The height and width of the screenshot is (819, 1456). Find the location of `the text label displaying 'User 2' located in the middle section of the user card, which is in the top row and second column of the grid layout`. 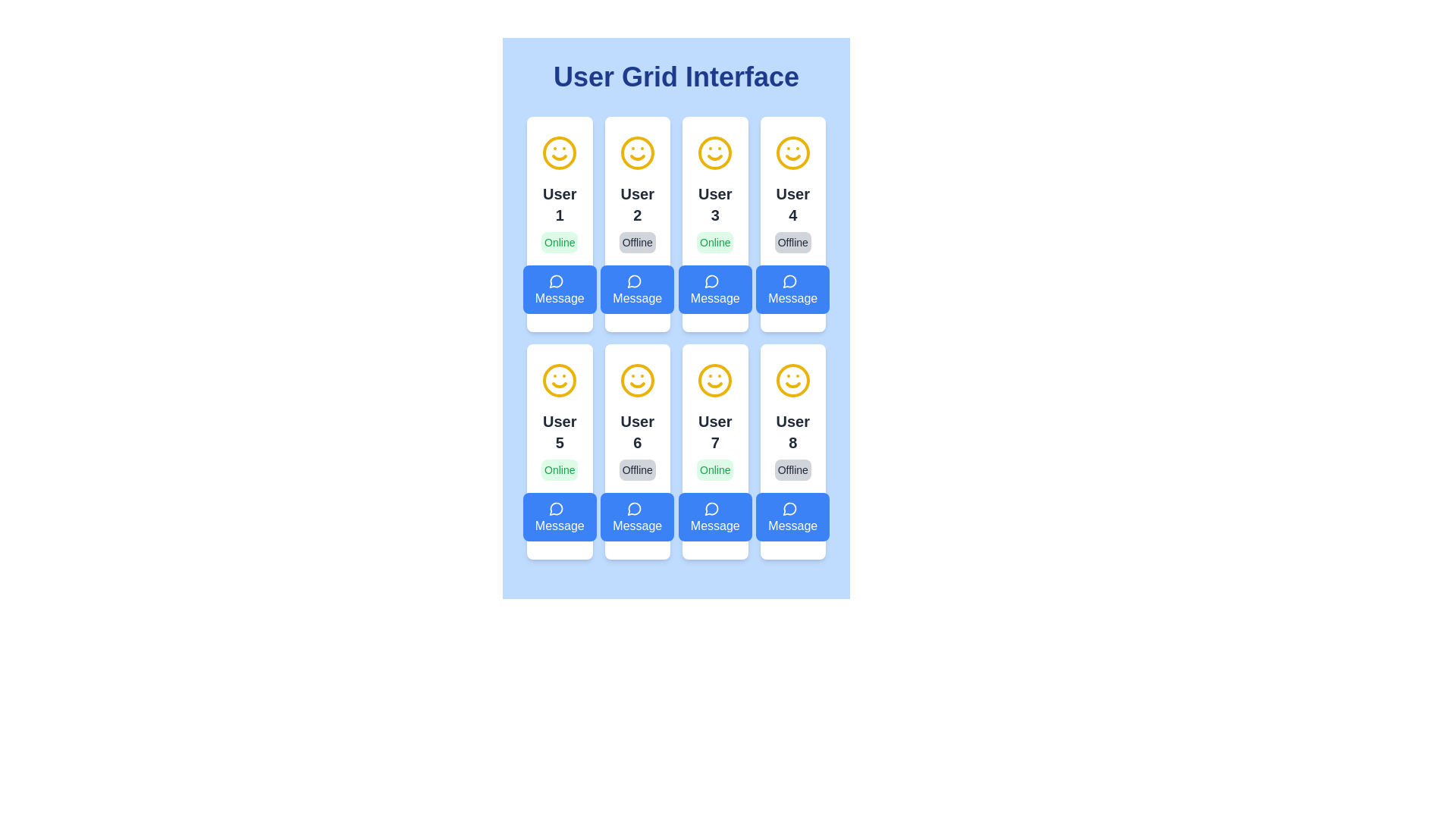

the text label displaying 'User 2' located in the middle section of the user card, which is in the top row and second column of the grid layout is located at coordinates (637, 205).